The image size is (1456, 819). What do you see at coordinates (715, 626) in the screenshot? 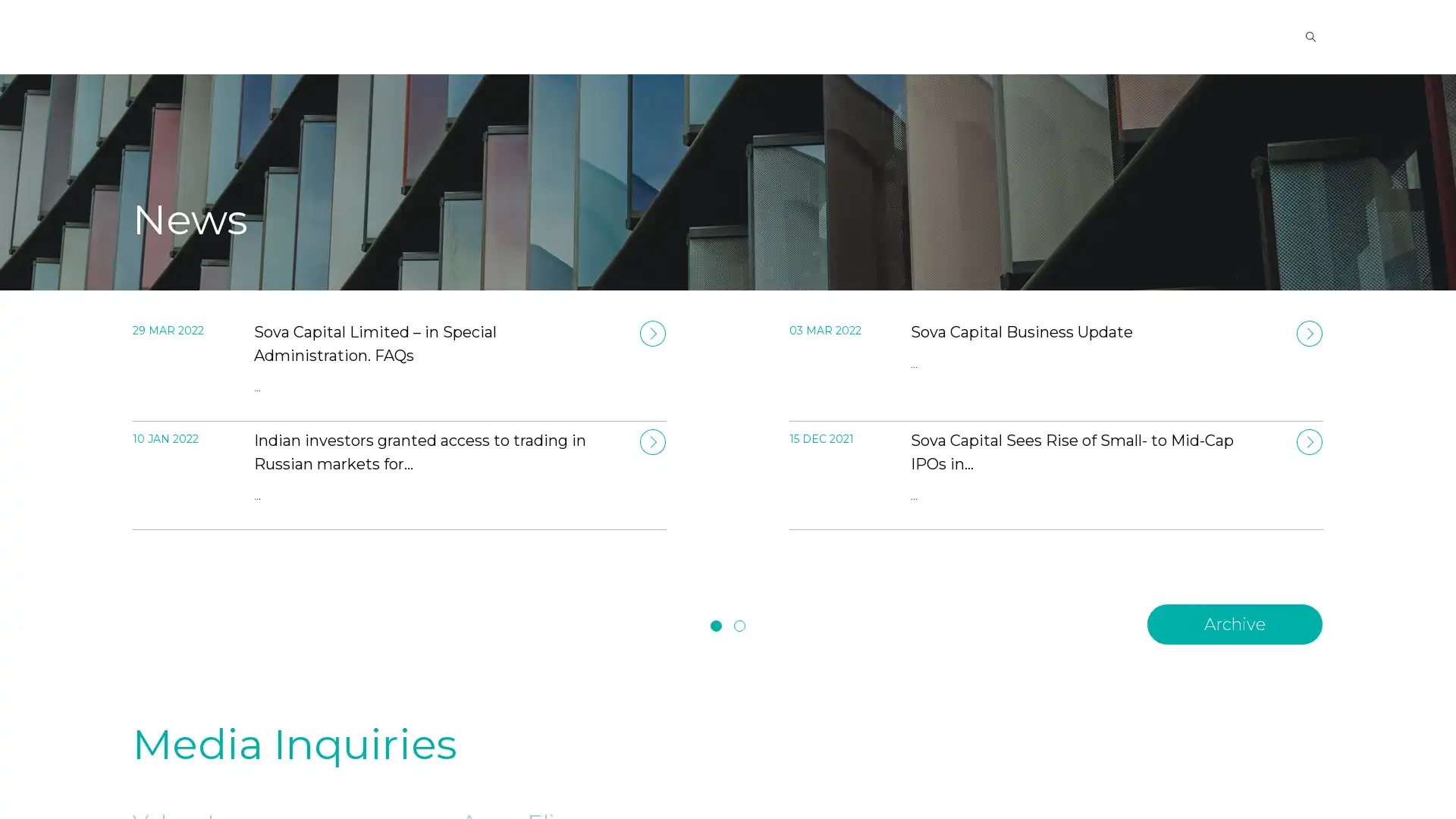
I see `Go to slide 1` at bounding box center [715, 626].